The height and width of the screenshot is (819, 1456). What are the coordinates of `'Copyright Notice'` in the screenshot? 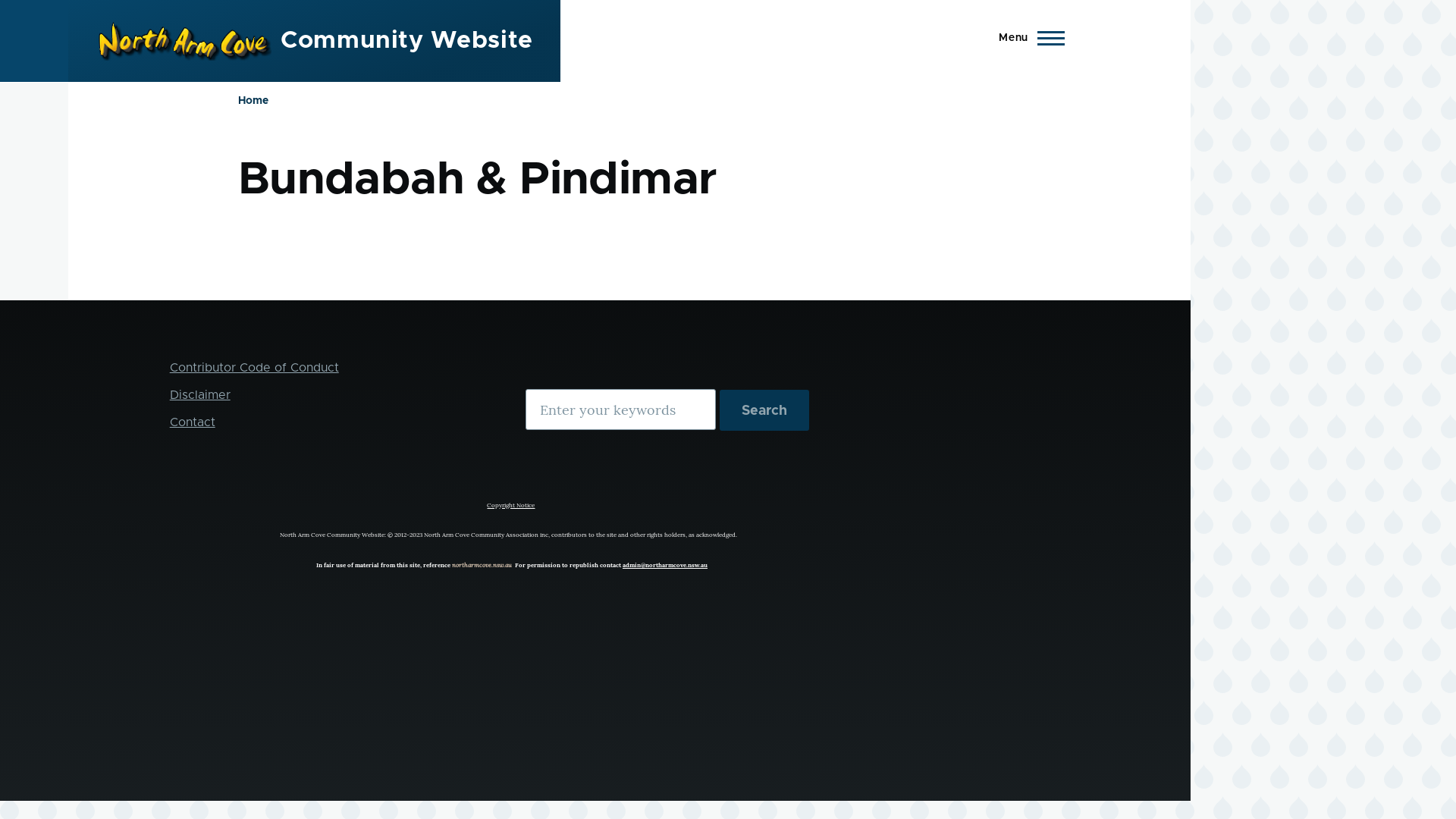 It's located at (510, 502).